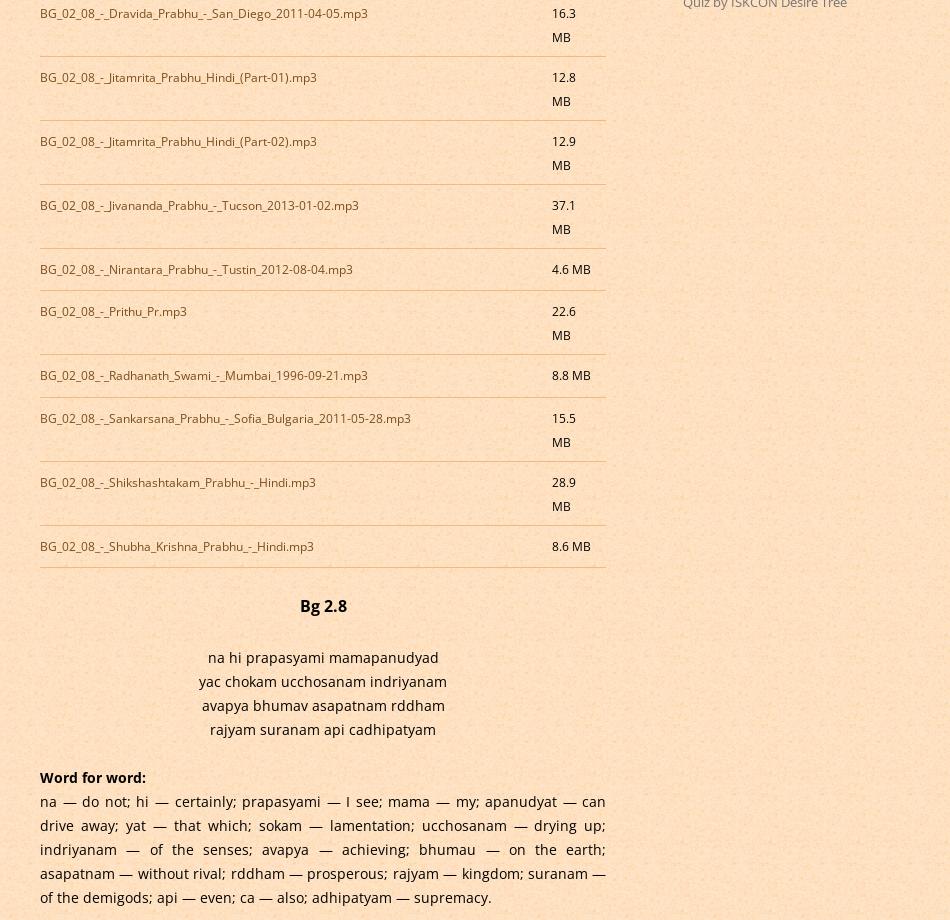 The height and width of the screenshot is (920, 950). Describe the element at coordinates (562, 428) in the screenshot. I see `'15.5 MB'` at that location.